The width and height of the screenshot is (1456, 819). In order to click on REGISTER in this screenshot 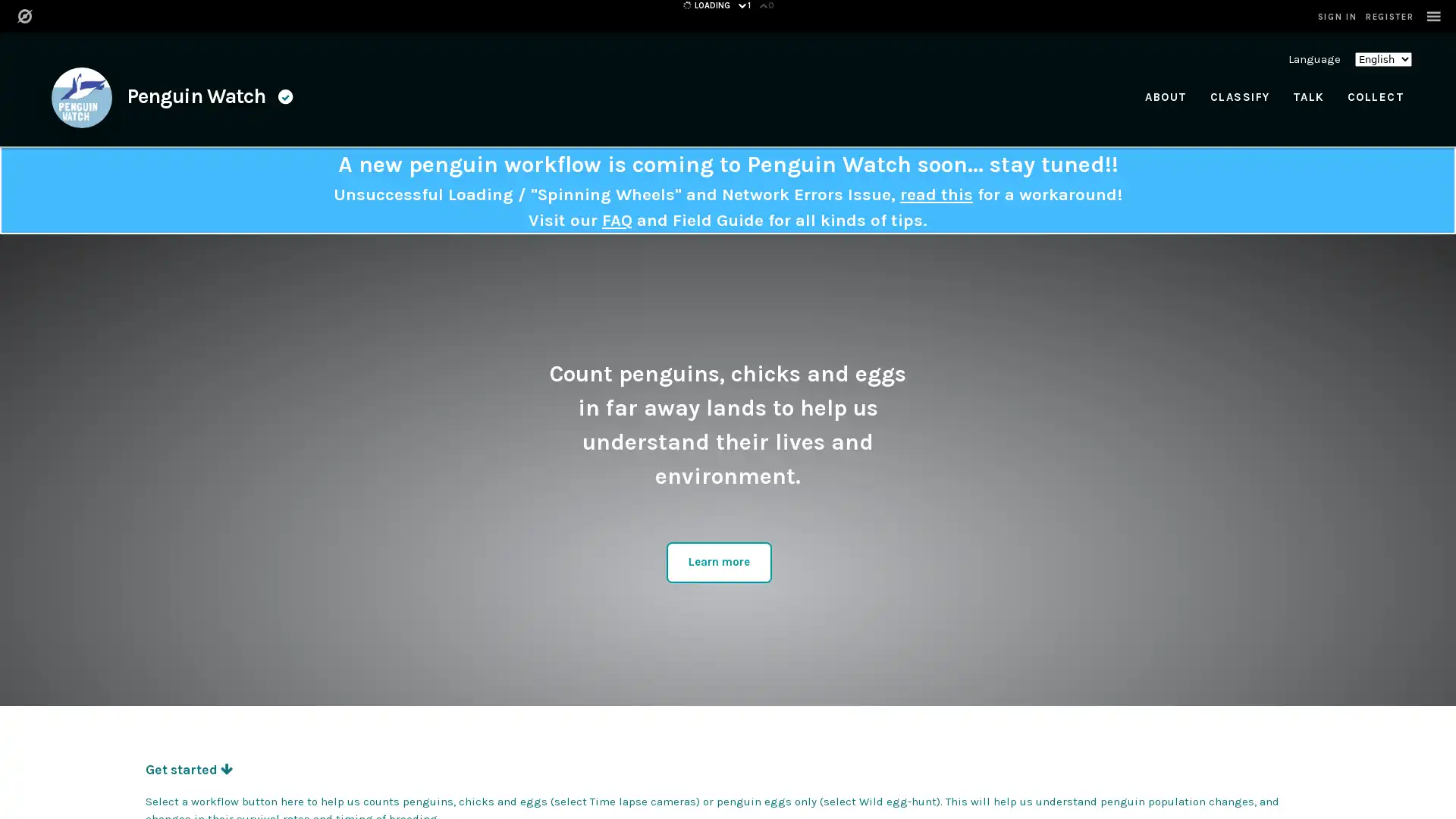, I will do `click(1414, 17)`.